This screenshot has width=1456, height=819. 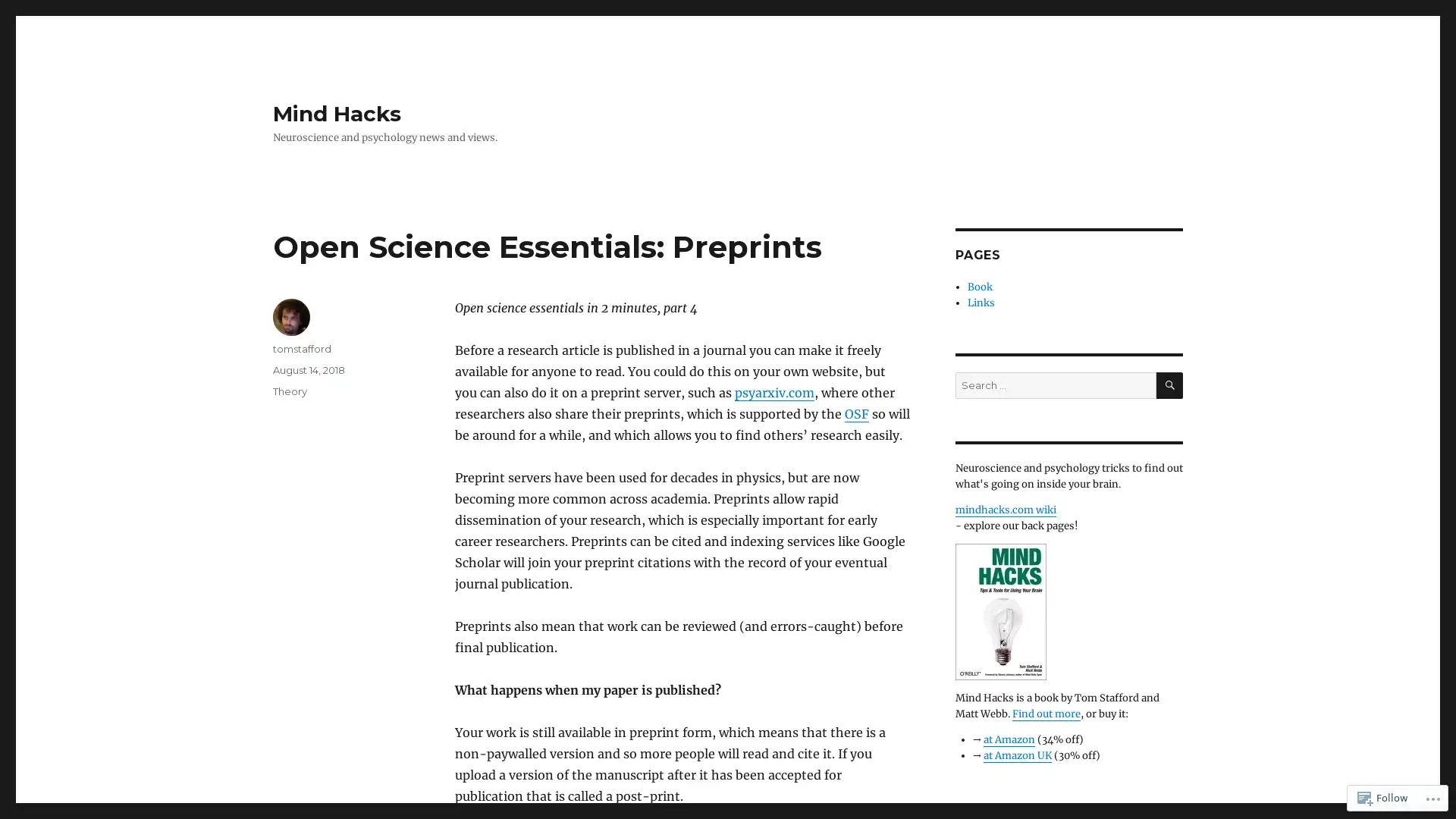 I want to click on SEARCH, so click(x=1169, y=384).